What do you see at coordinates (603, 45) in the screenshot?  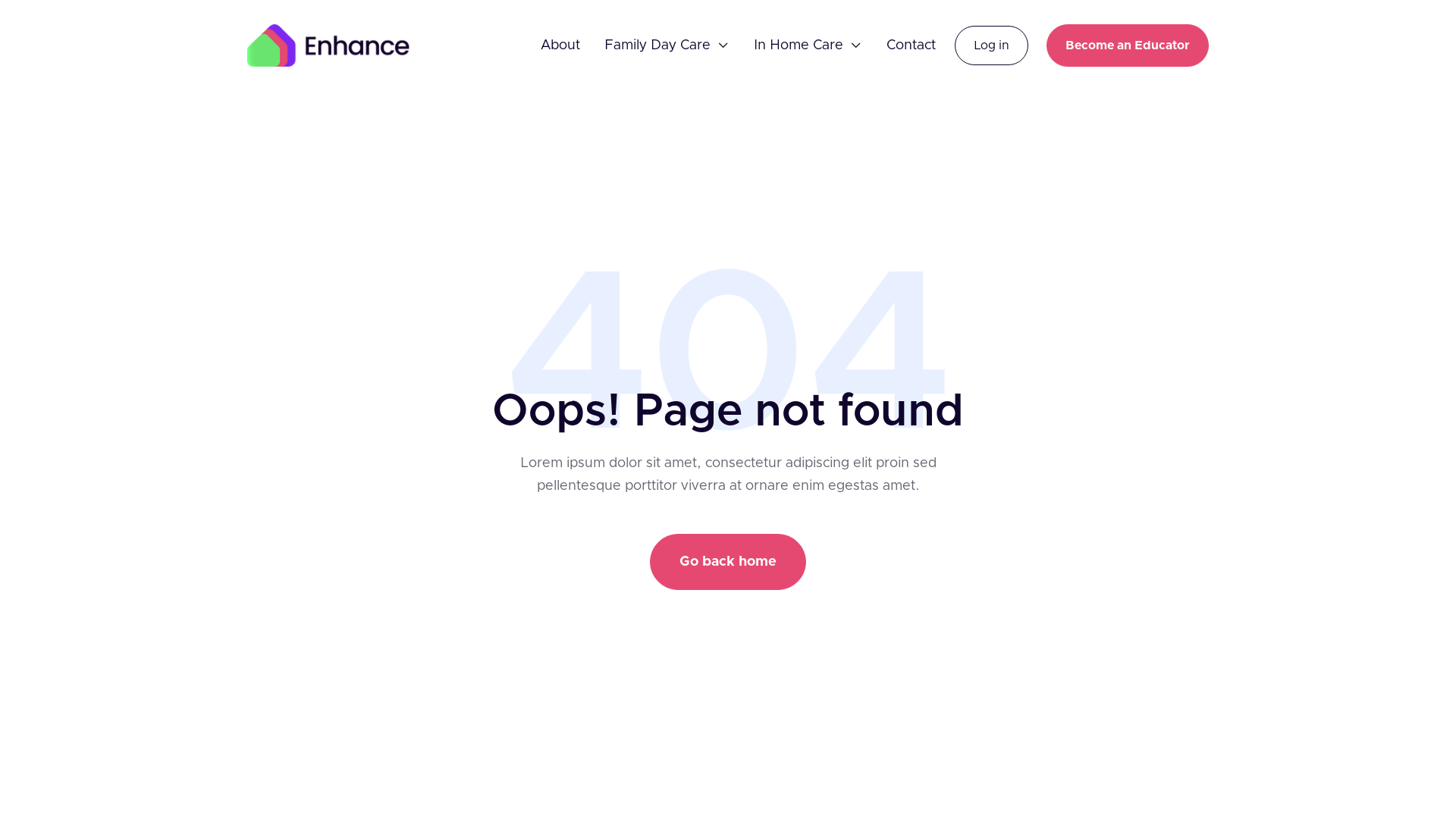 I see `'Family Day Care'` at bounding box center [603, 45].